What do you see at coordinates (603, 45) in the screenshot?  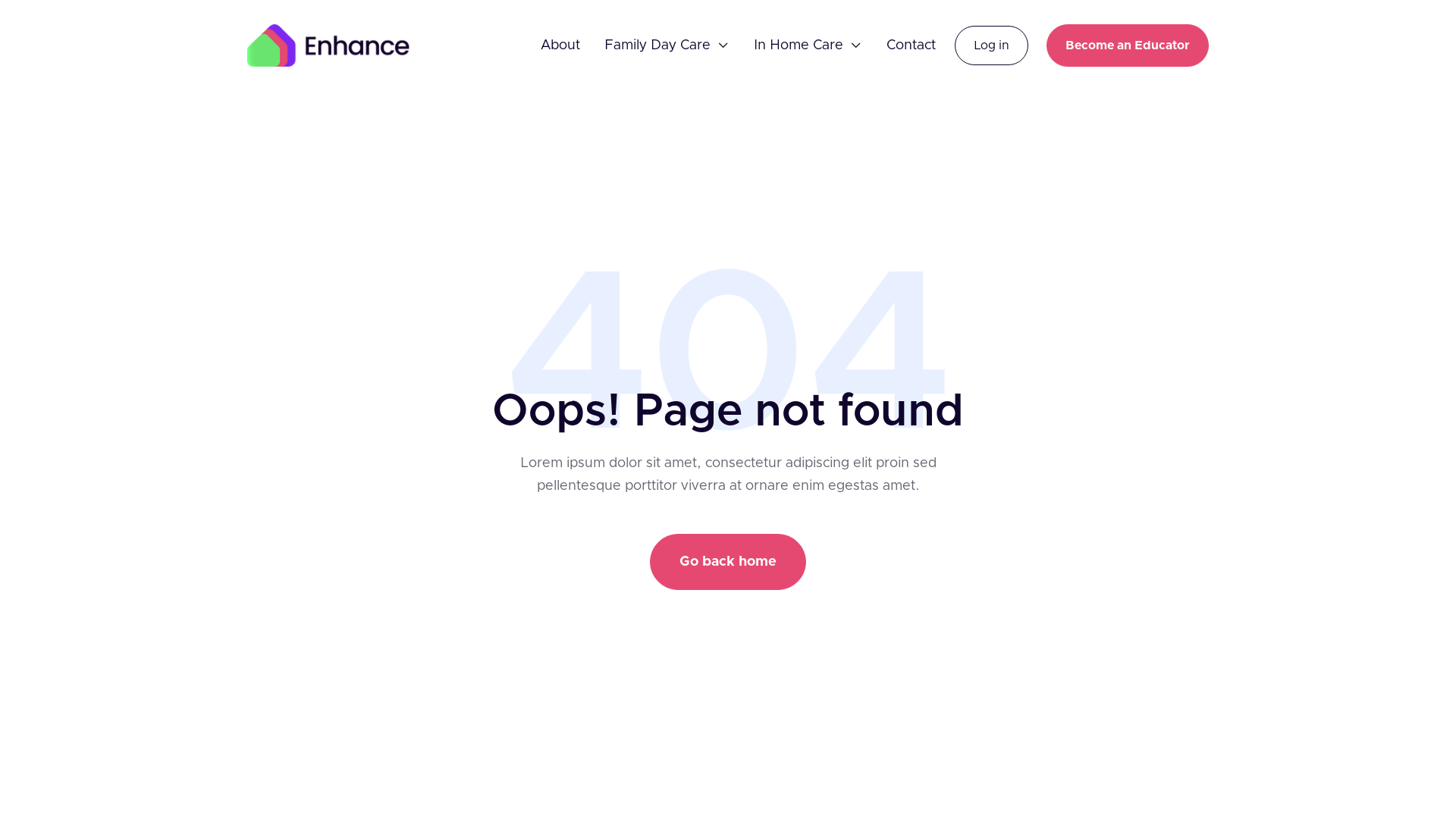 I see `'Family Day Care'` at bounding box center [603, 45].